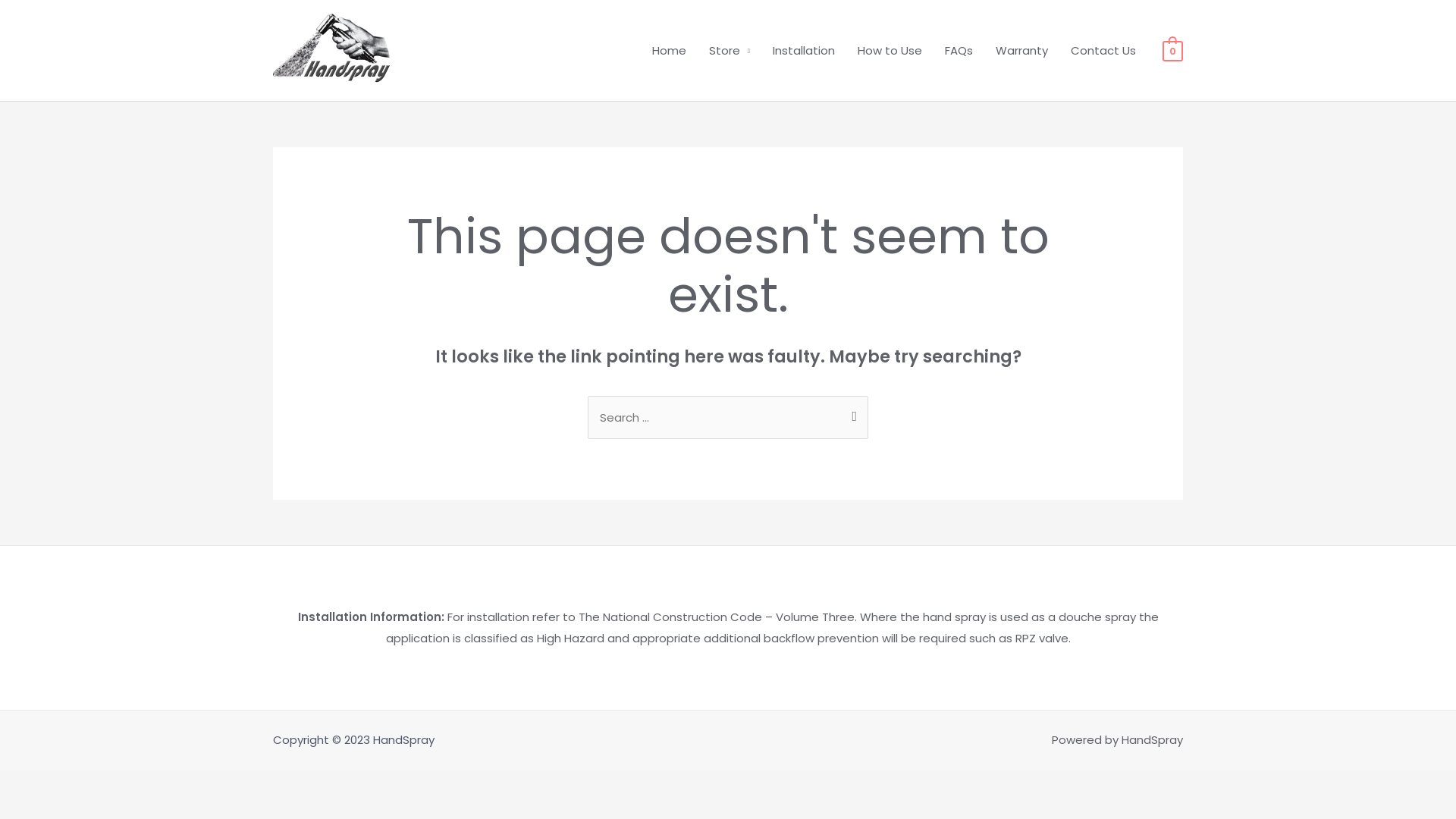 Image resolution: width=1456 pixels, height=819 pixels. Describe the element at coordinates (1103, 49) in the screenshot. I see `'Contact Us'` at that location.